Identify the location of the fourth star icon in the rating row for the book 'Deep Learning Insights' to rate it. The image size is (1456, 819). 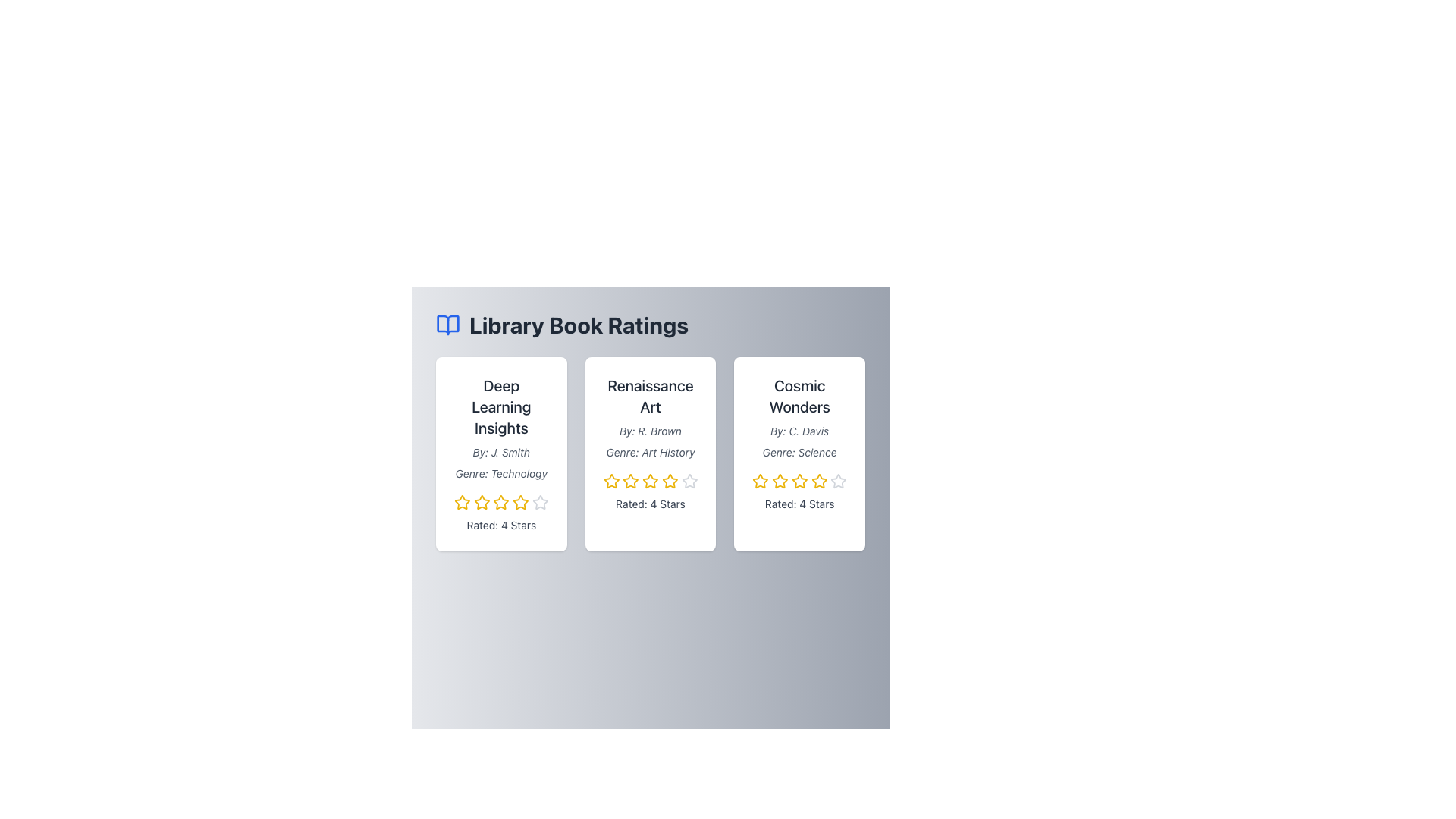
(520, 503).